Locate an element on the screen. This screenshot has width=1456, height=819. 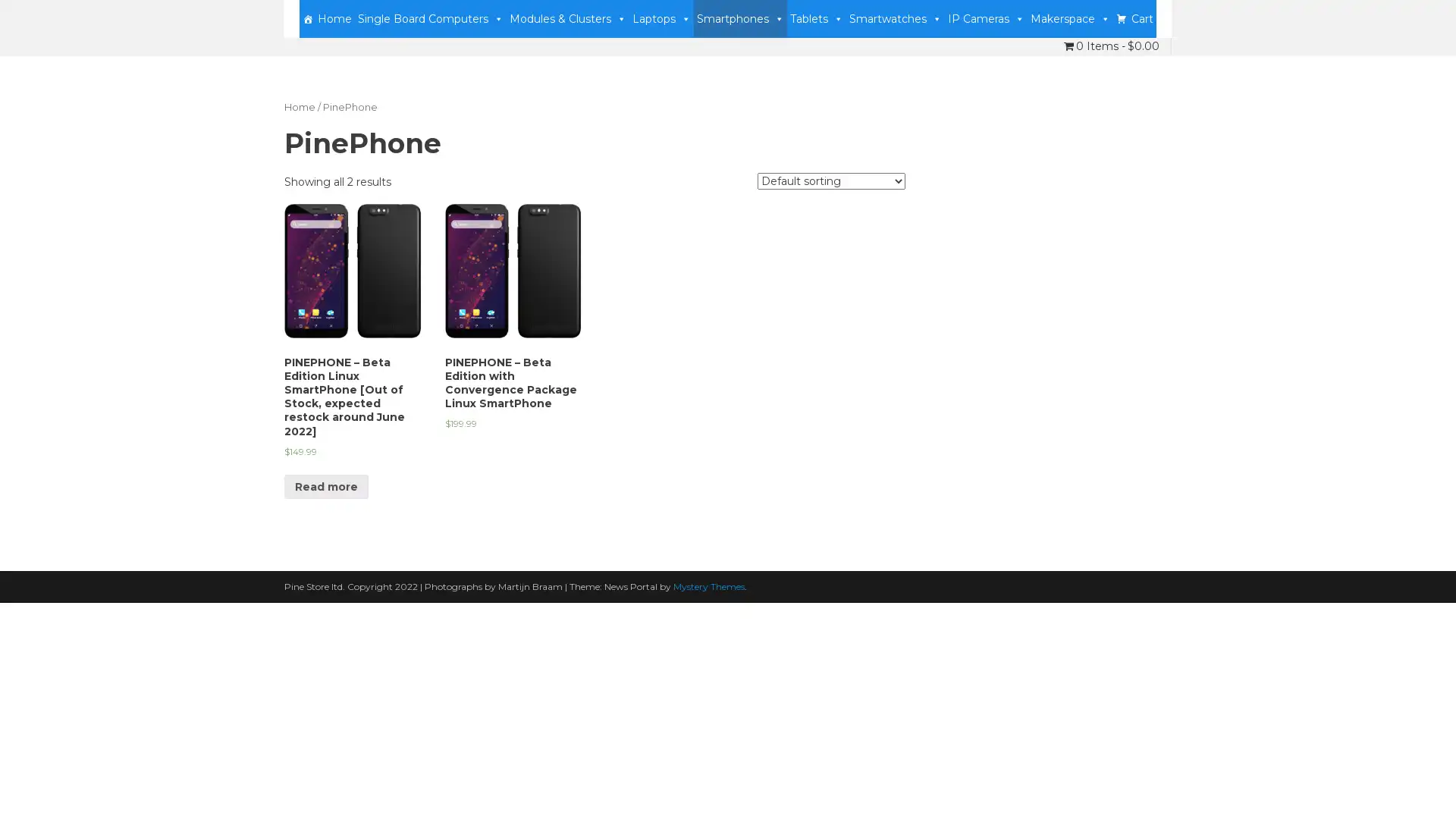
Accept is located at coordinates (960, 795).